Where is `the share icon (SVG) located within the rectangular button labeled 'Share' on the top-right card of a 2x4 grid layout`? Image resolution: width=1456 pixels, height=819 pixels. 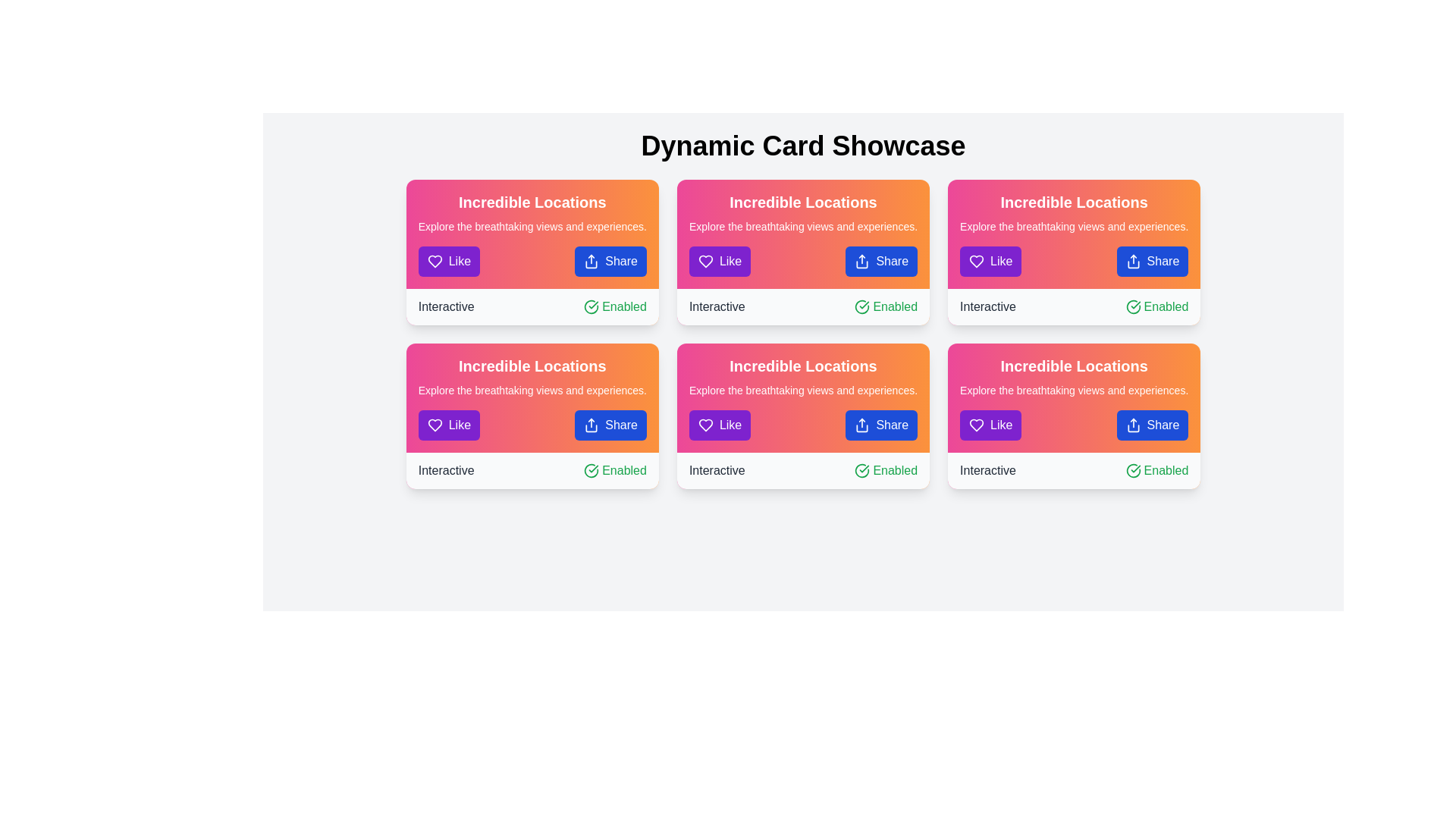 the share icon (SVG) located within the rectangular button labeled 'Share' on the top-right card of a 2x4 grid layout is located at coordinates (1133, 260).